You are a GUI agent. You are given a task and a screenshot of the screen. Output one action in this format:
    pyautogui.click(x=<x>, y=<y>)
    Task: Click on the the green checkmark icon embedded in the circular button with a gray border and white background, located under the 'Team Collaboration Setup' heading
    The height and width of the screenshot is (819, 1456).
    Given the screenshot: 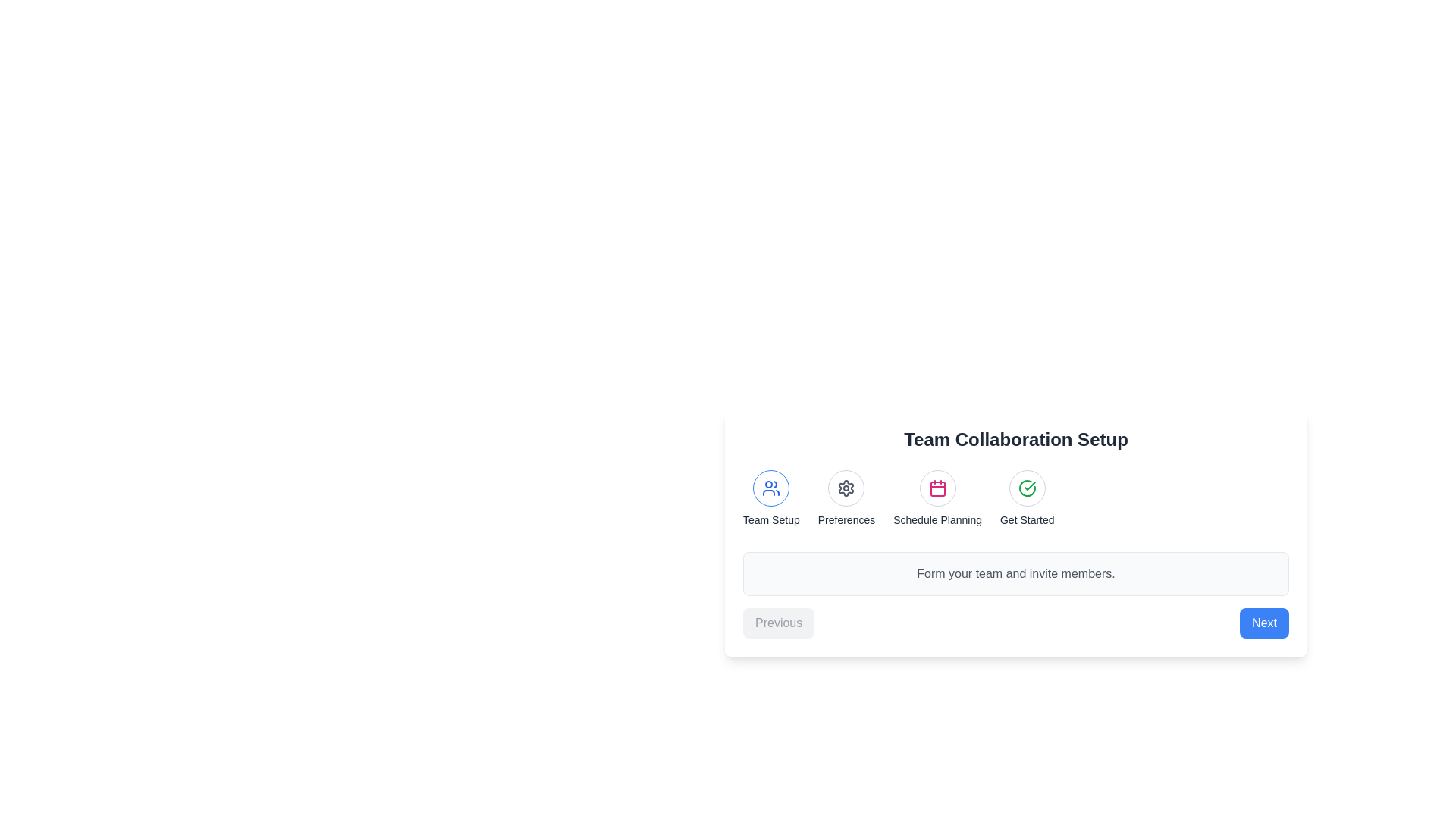 What is the action you would take?
    pyautogui.click(x=1027, y=488)
    